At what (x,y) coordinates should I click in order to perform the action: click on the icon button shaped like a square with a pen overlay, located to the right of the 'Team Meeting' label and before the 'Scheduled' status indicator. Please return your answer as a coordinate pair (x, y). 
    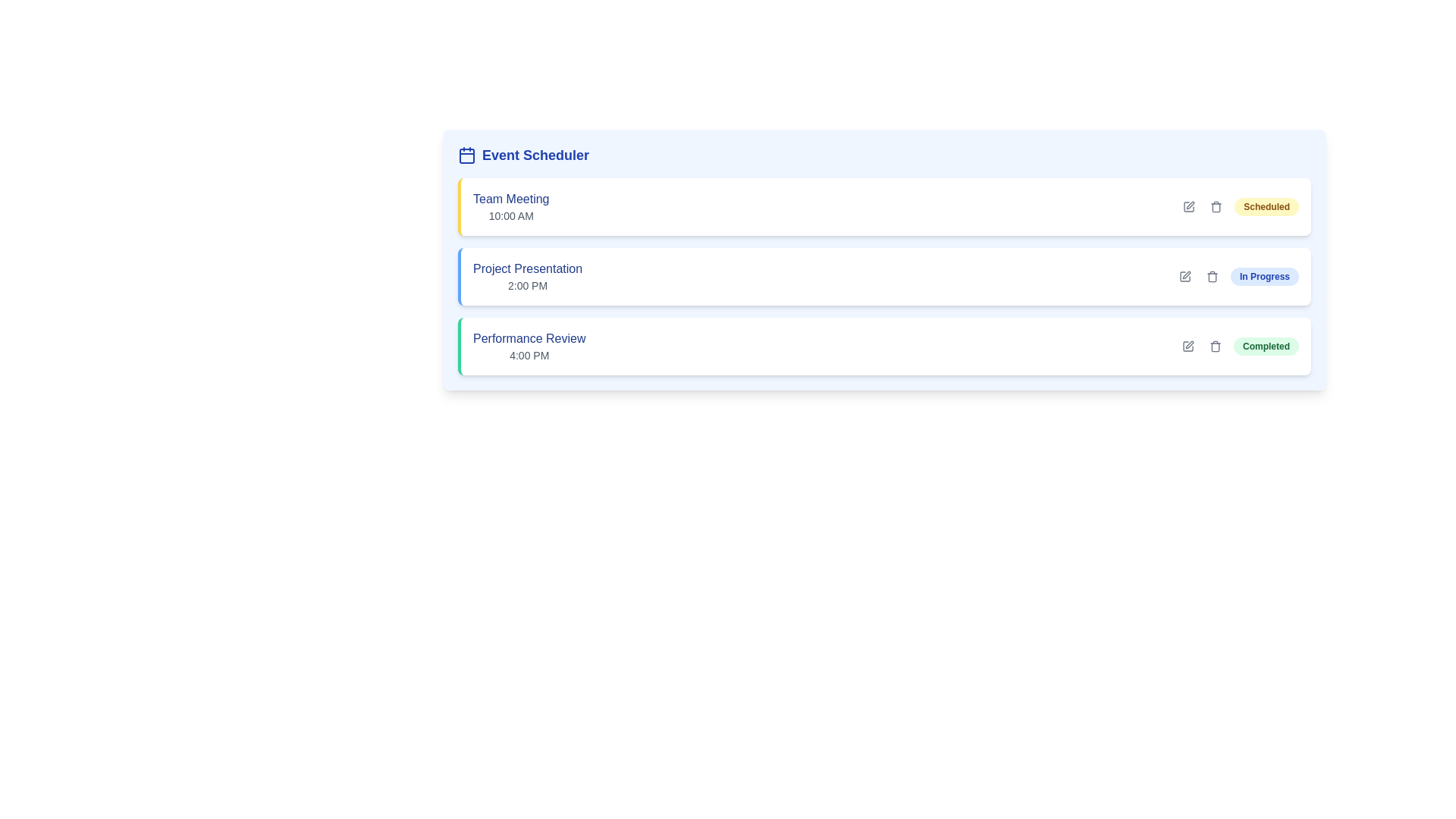
    Looking at the image, I should click on (1188, 207).